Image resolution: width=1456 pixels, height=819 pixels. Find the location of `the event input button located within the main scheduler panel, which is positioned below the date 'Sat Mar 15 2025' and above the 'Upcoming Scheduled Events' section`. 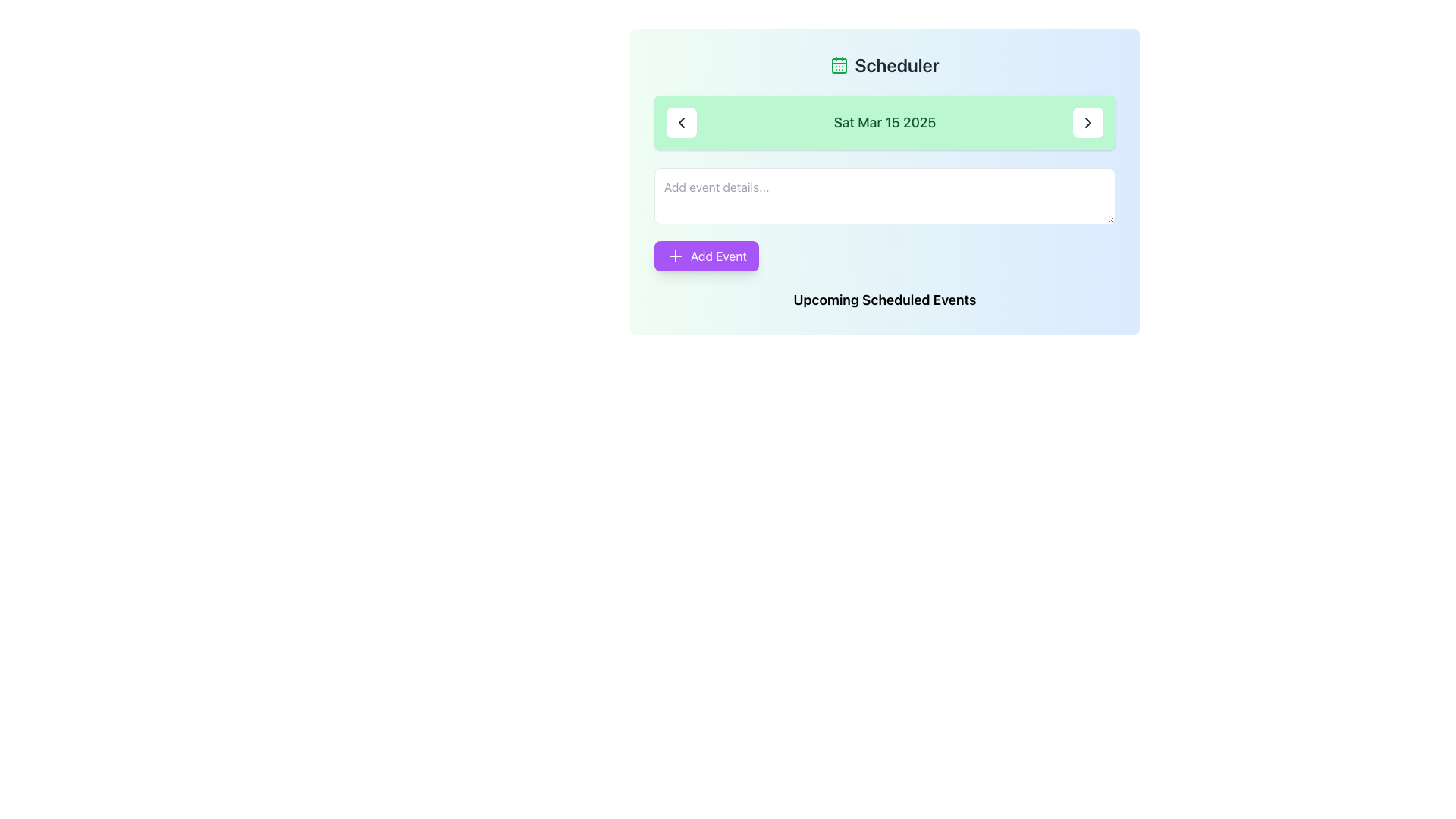

the event input button located within the main scheduler panel, which is positioned below the date 'Sat Mar 15 2025' and above the 'Upcoming Scheduled Events' section is located at coordinates (884, 219).